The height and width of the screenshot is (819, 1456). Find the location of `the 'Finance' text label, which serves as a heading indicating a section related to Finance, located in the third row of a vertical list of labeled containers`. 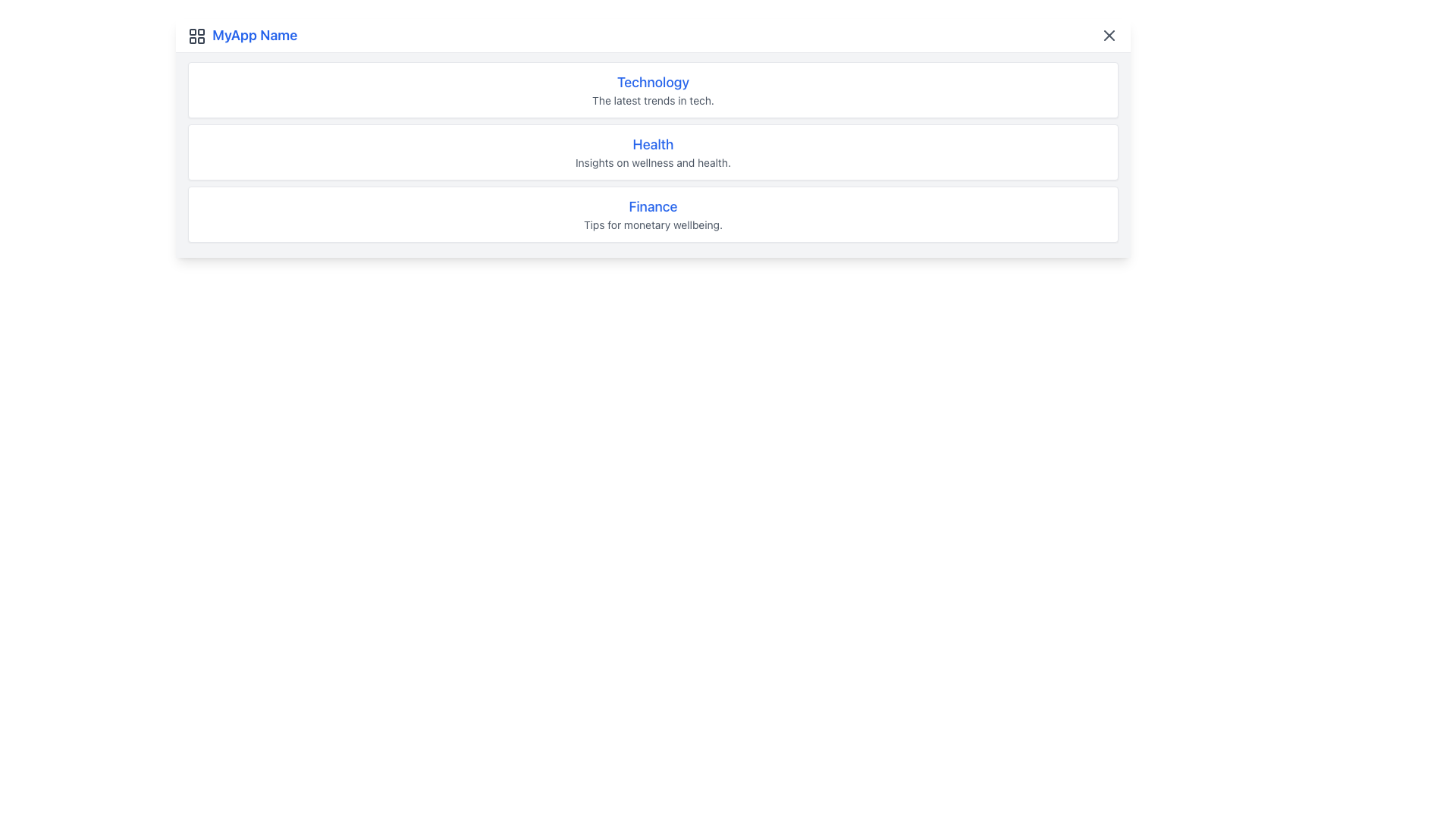

the 'Finance' text label, which serves as a heading indicating a section related to Finance, located in the third row of a vertical list of labeled containers is located at coordinates (653, 207).